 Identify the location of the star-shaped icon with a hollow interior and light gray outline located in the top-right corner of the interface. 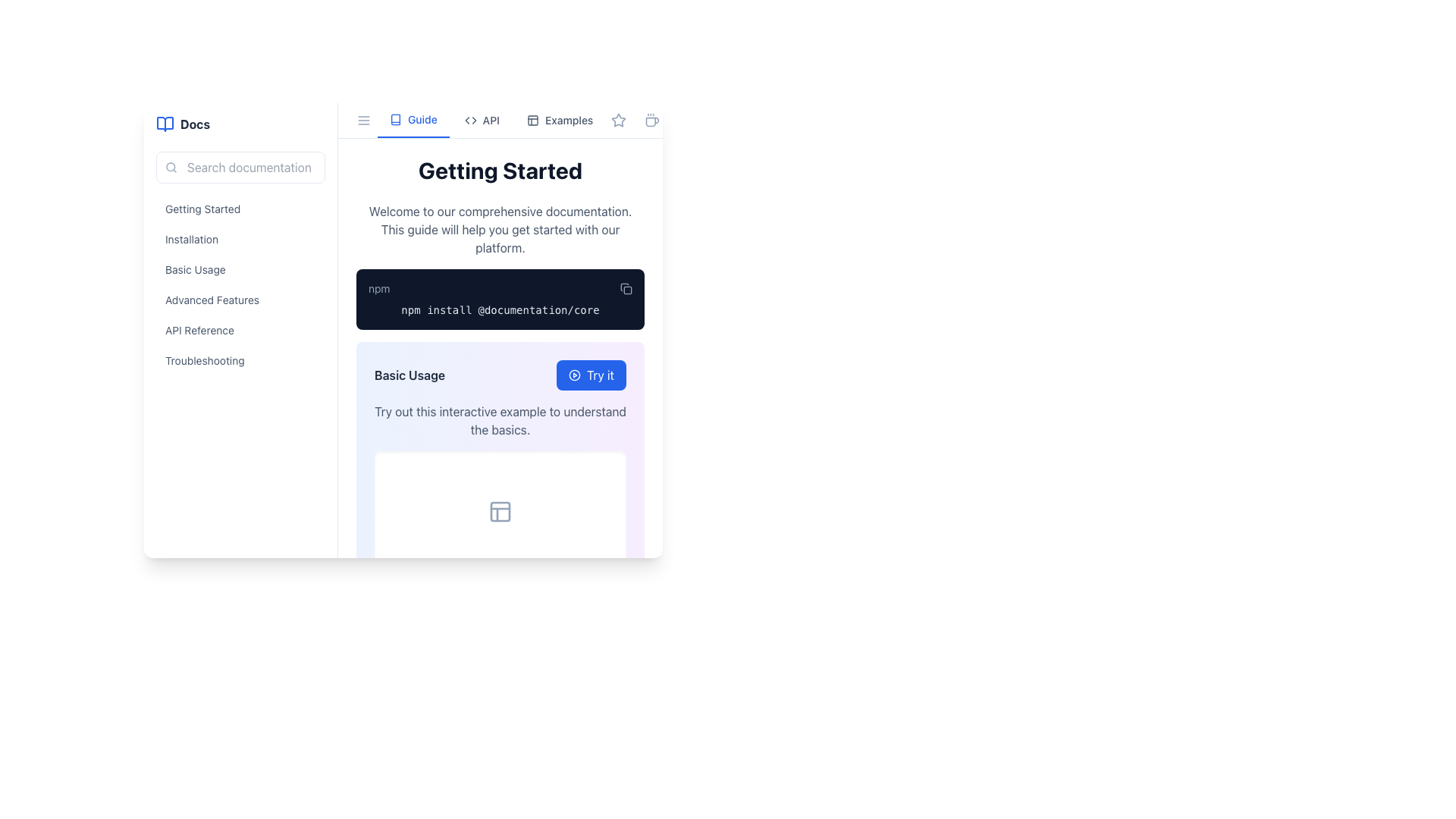
(619, 119).